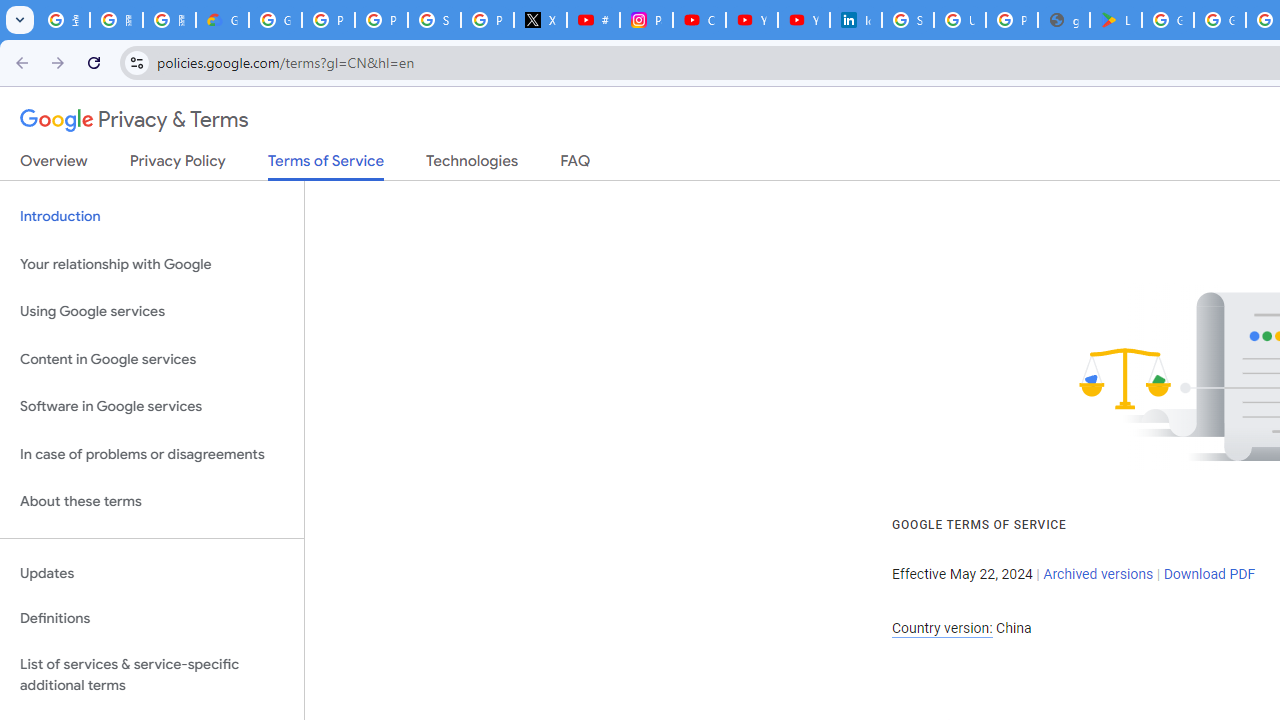 Image resolution: width=1280 pixels, height=720 pixels. Describe the element at coordinates (1115, 20) in the screenshot. I see `'Last Shelter: Survival - Apps on Google Play'` at that location.